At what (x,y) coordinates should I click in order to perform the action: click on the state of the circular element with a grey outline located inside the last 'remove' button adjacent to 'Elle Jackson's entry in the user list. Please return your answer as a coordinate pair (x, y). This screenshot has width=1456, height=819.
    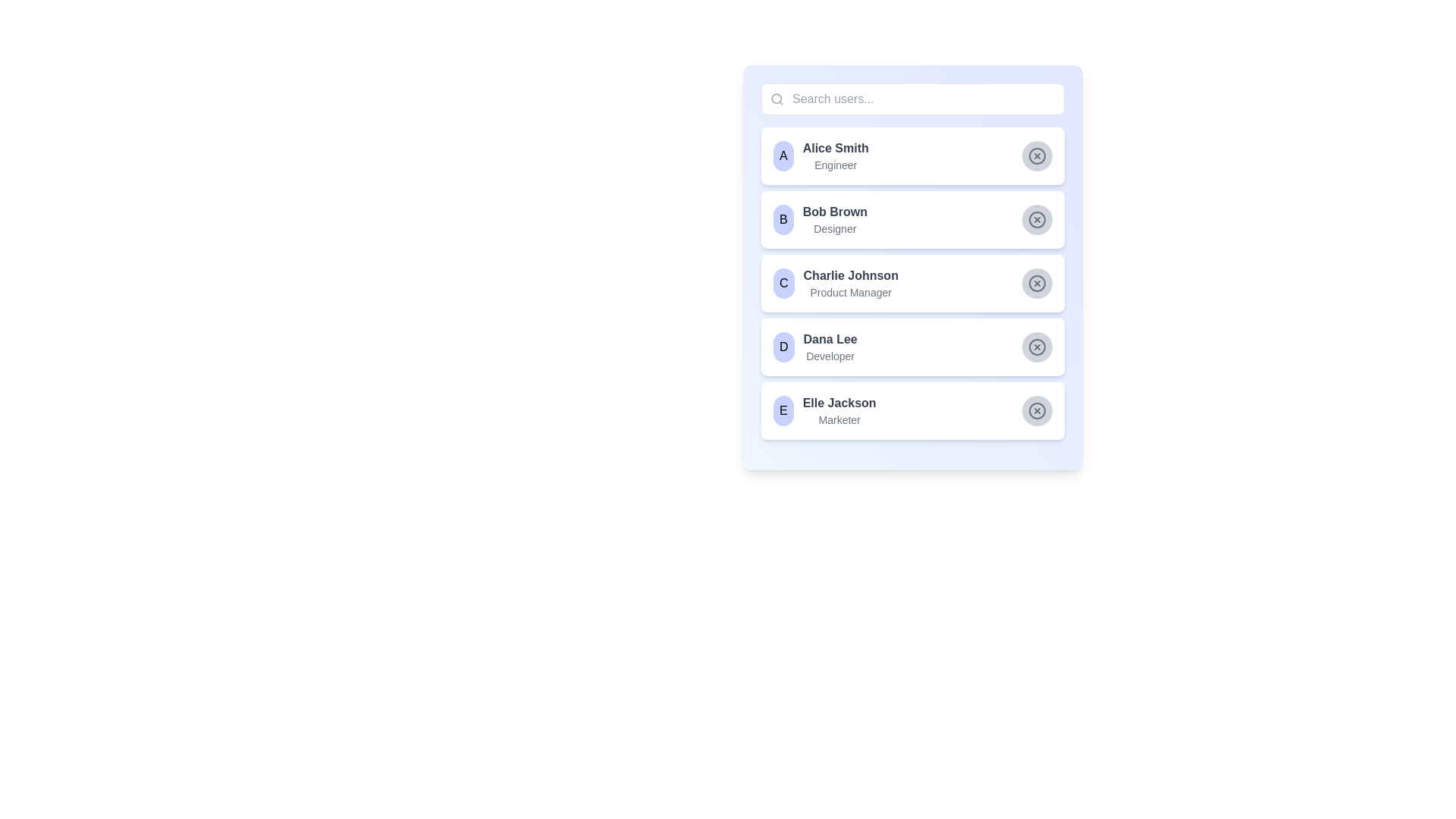
    Looking at the image, I should click on (1037, 411).